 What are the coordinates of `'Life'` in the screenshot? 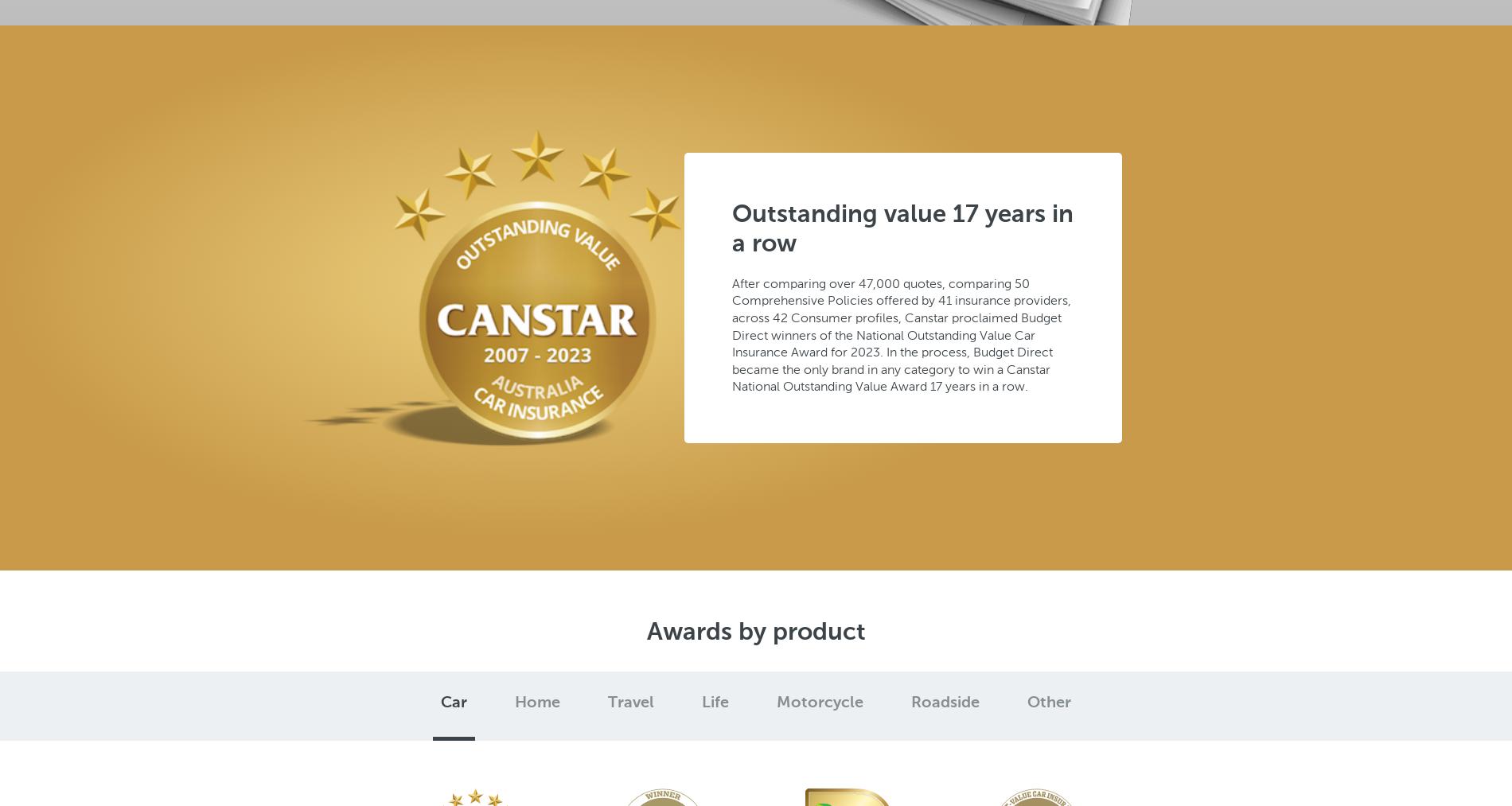 It's located at (715, 702).